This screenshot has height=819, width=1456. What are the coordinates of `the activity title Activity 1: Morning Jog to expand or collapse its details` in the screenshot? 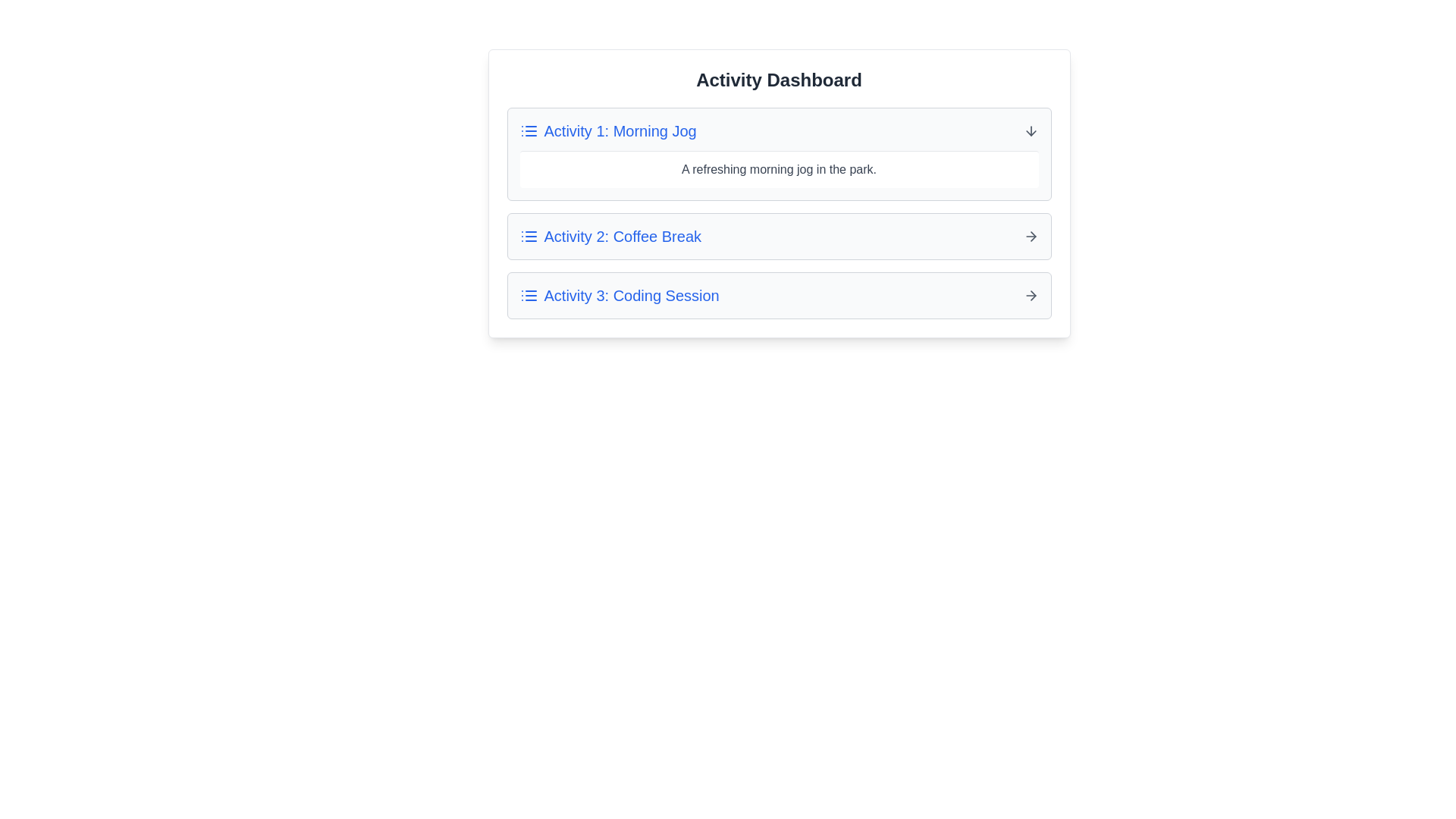 It's located at (607, 130).